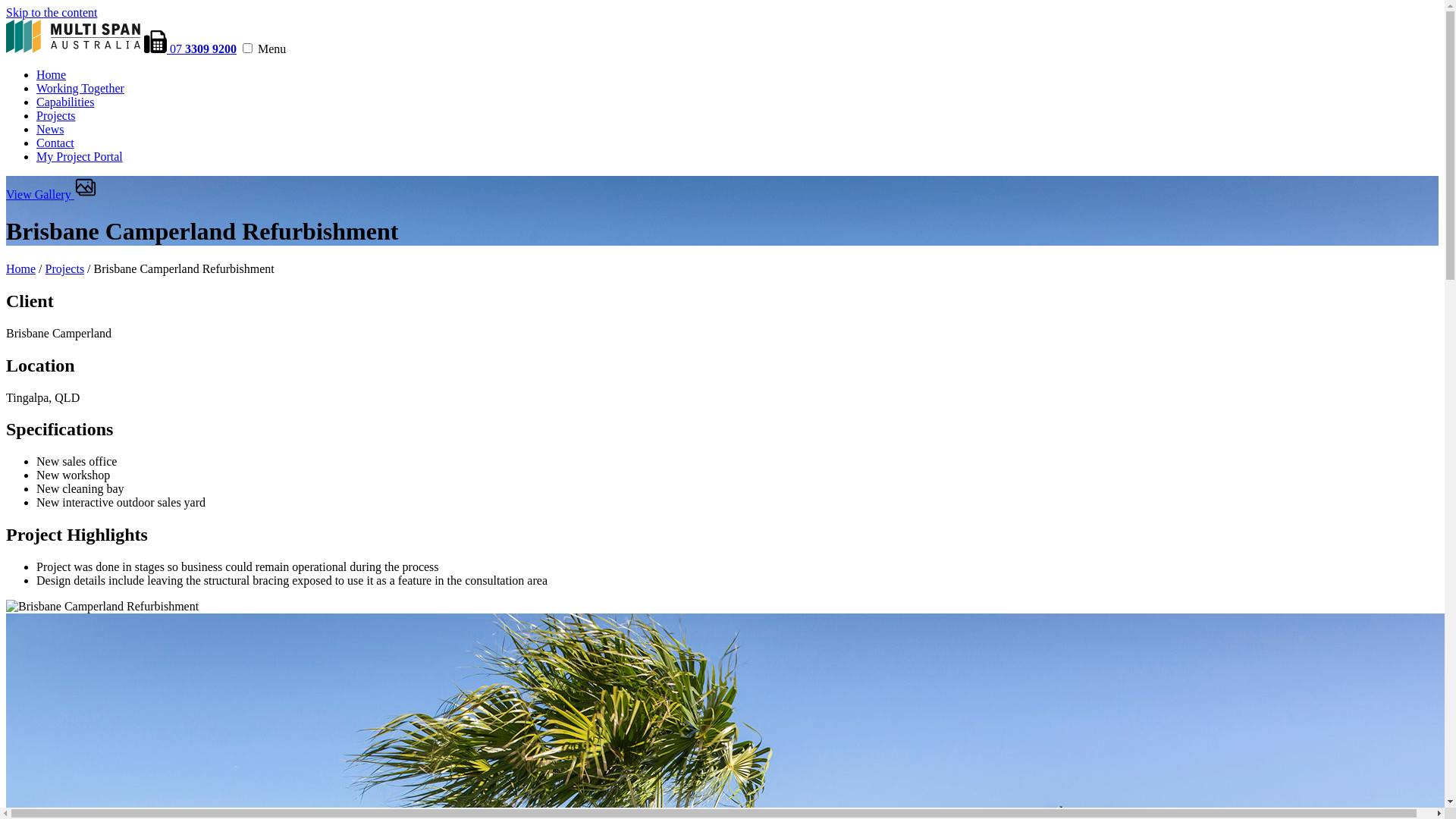  What do you see at coordinates (189, 48) in the screenshot?
I see `'07 3309 9200'` at bounding box center [189, 48].